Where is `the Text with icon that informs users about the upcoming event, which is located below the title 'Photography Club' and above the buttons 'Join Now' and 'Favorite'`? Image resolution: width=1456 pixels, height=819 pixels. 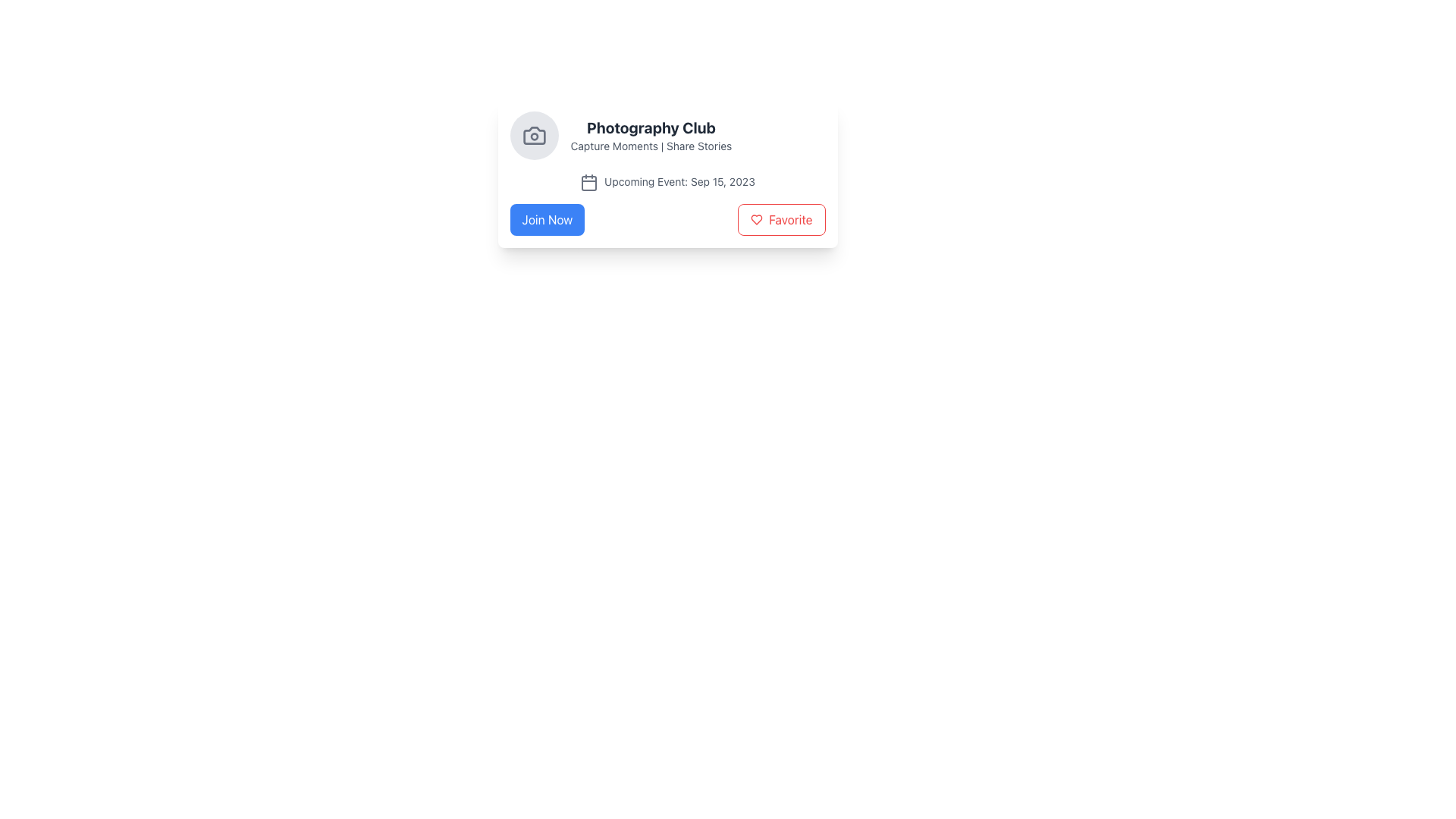 the Text with icon that informs users about the upcoming event, which is located below the title 'Photography Club' and above the buttons 'Join Now' and 'Favorite' is located at coordinates (667, 180).